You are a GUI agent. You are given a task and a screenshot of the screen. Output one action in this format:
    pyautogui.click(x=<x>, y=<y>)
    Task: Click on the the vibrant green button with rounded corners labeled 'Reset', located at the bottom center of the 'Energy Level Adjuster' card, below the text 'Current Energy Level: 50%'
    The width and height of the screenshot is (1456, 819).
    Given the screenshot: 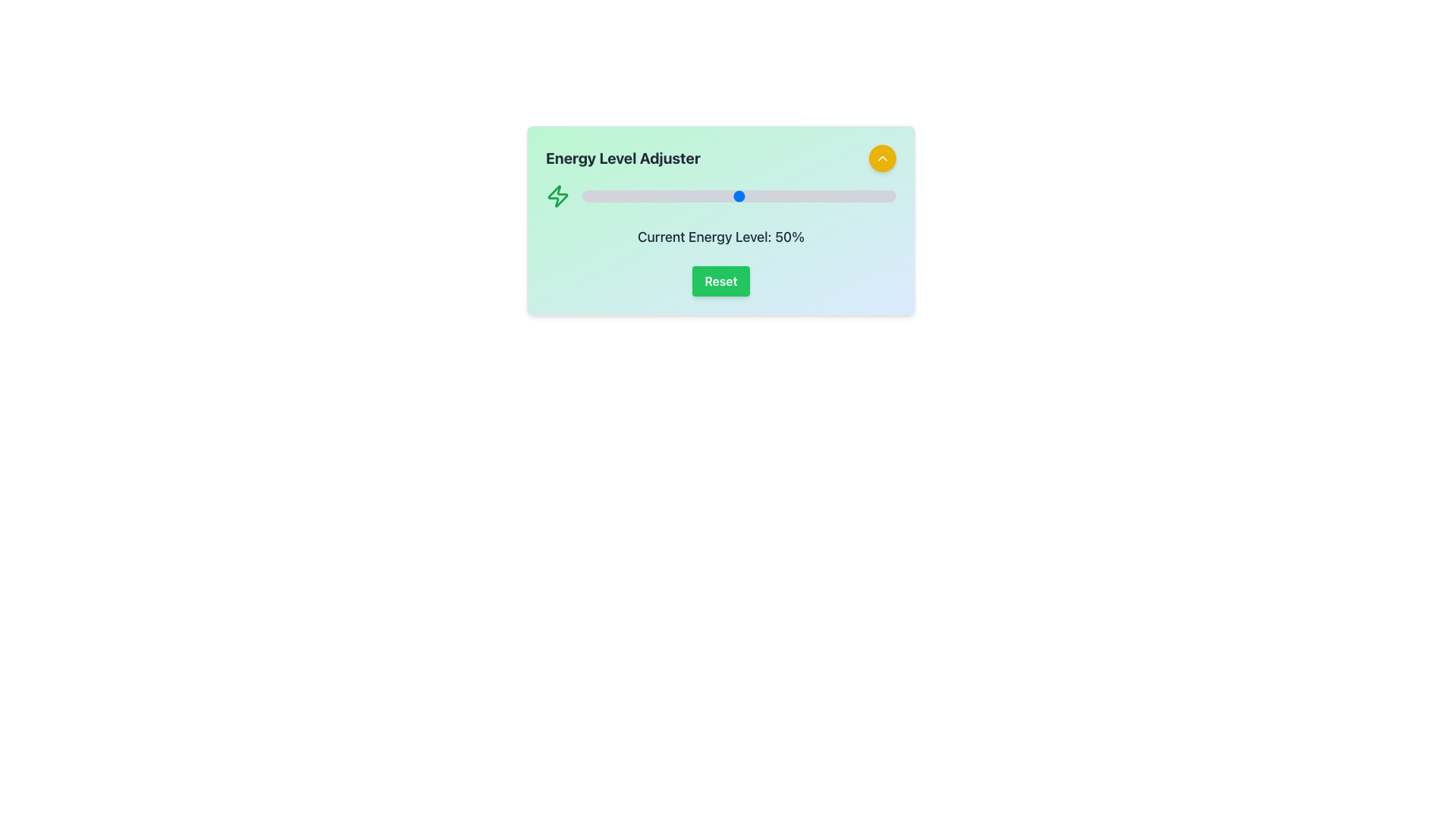 What is the action you would take?
    pyautogui.click(x=720, y=281)
    